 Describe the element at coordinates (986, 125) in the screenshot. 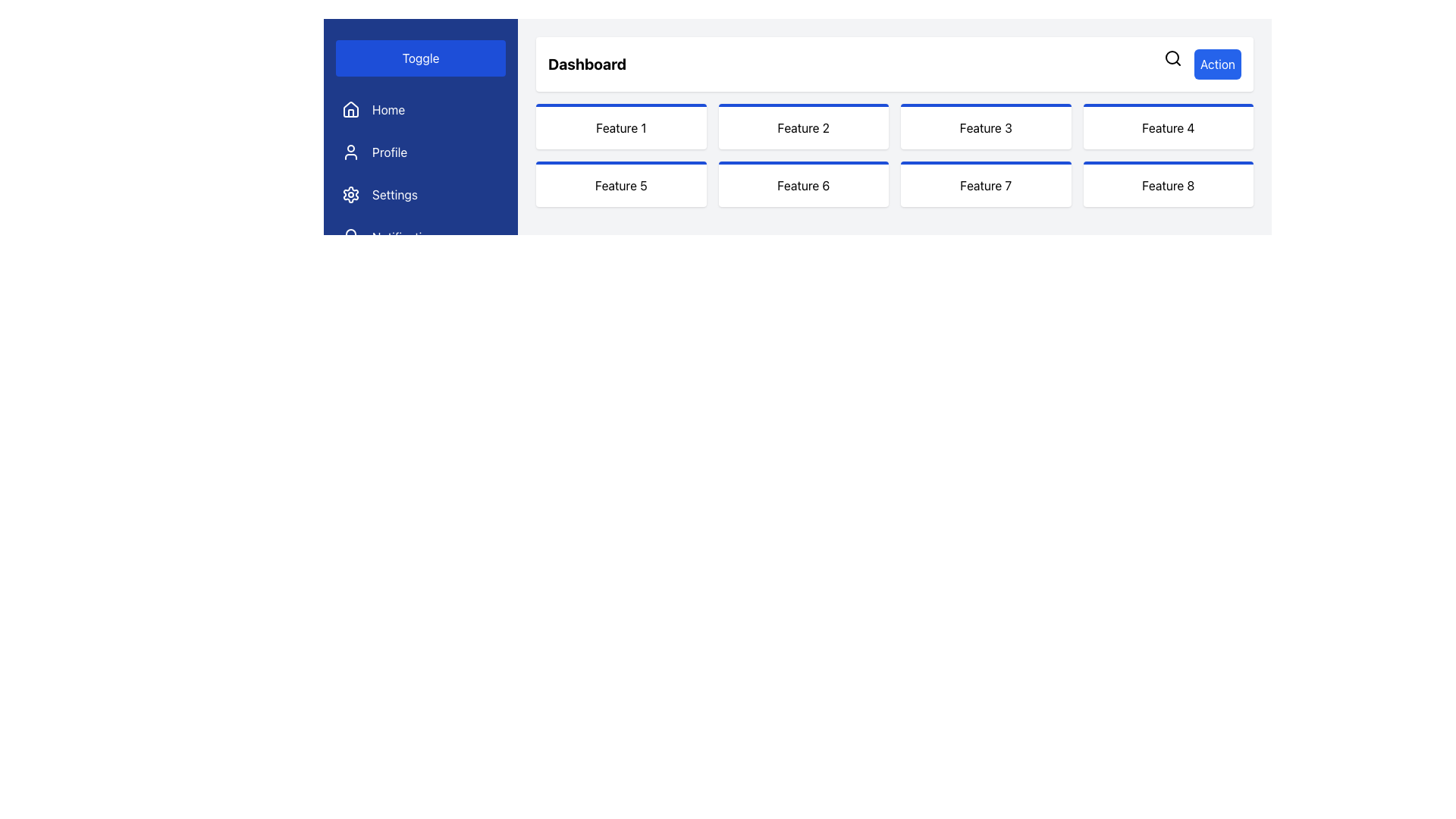

I see `the 'Feature 3' button-like UI element which is a rectangular component with a white background, rounded corners, and a blue border on top` at that location.